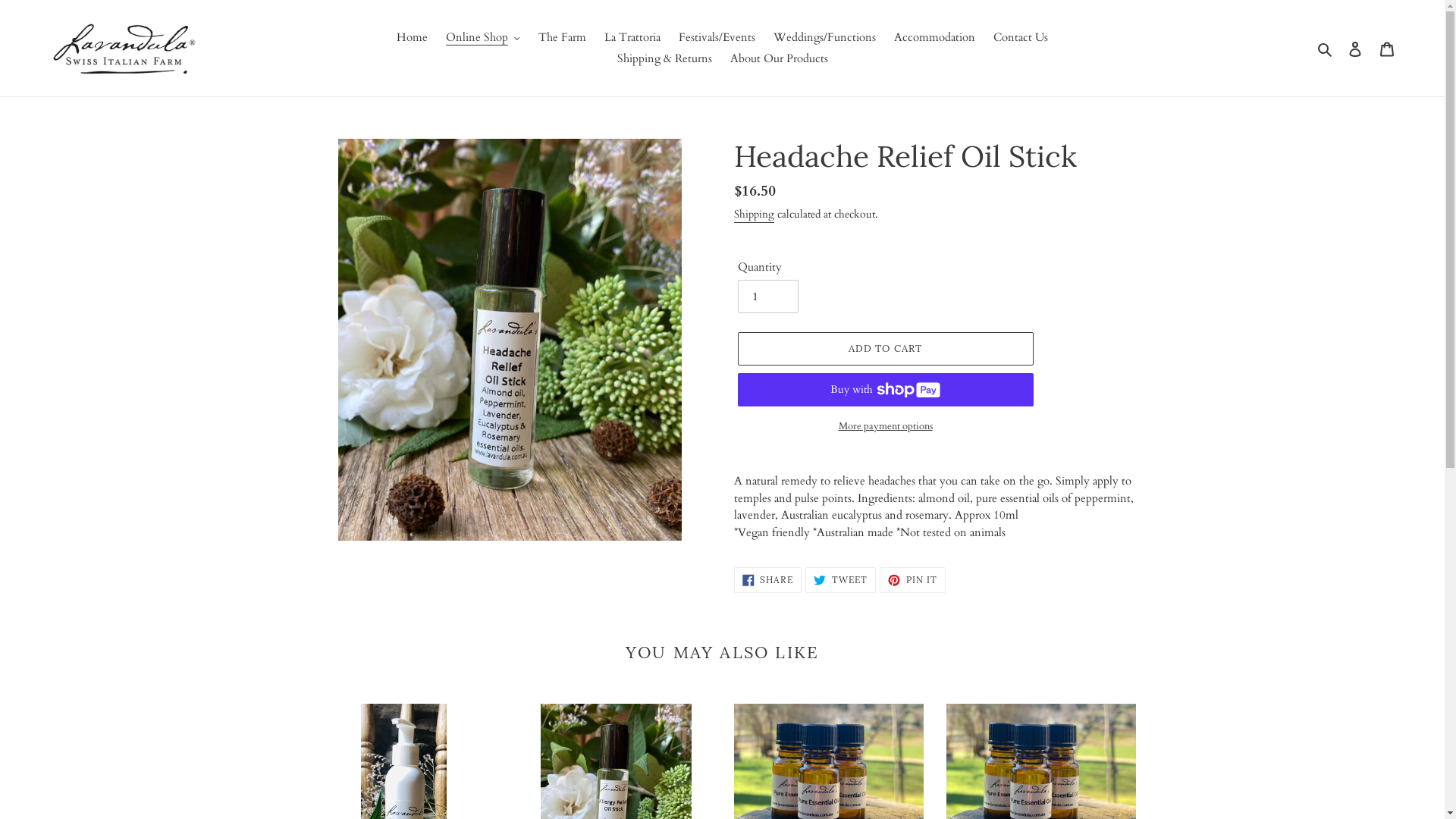 This screenshot has width=1456, height=819. Describe the element at coordinates (767, 579) in the screenshot. I see `'SHARE` at that location.